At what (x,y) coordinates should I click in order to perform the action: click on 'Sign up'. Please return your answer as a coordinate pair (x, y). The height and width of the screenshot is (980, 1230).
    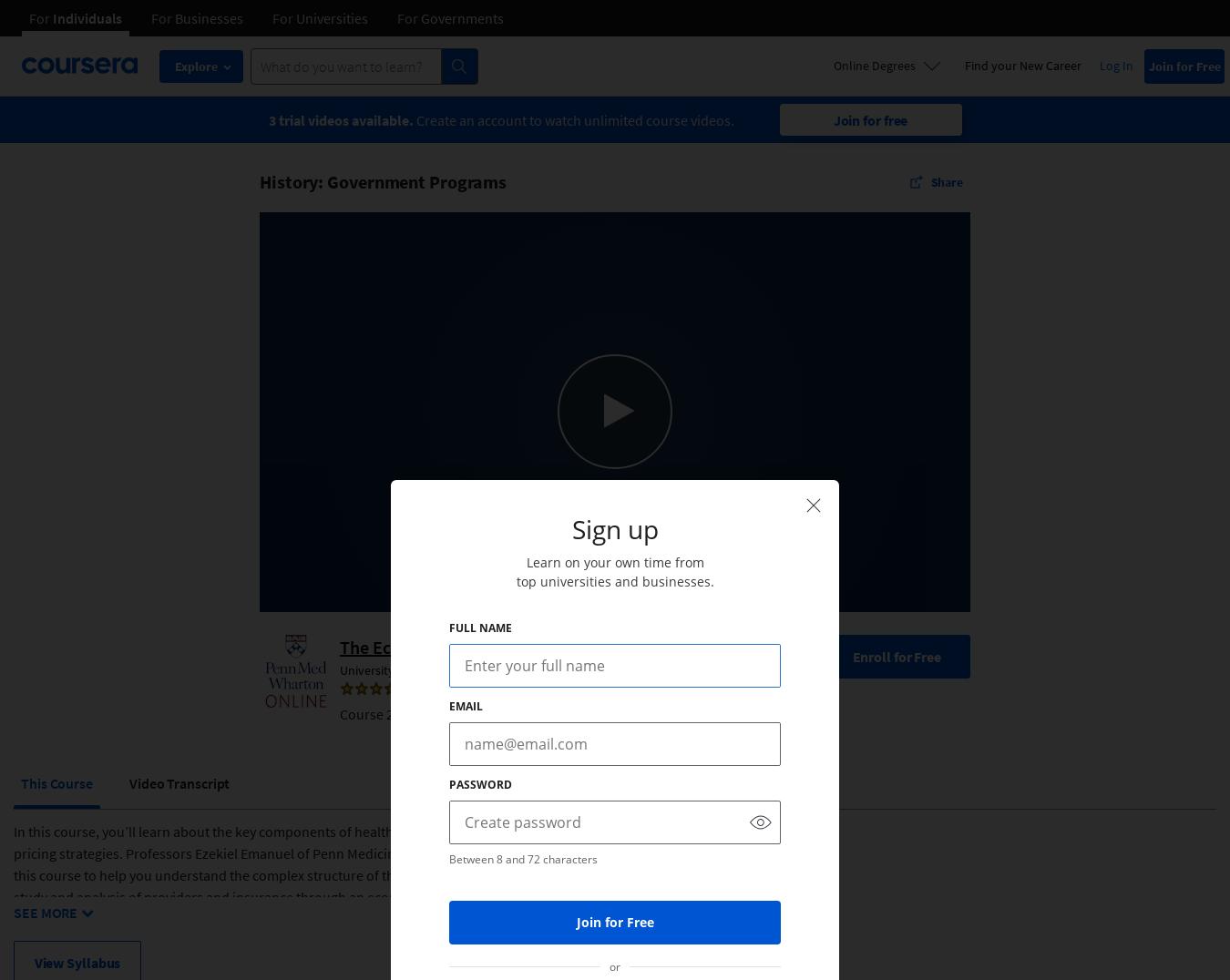
    Looking at the image, I should click on (614, 528).